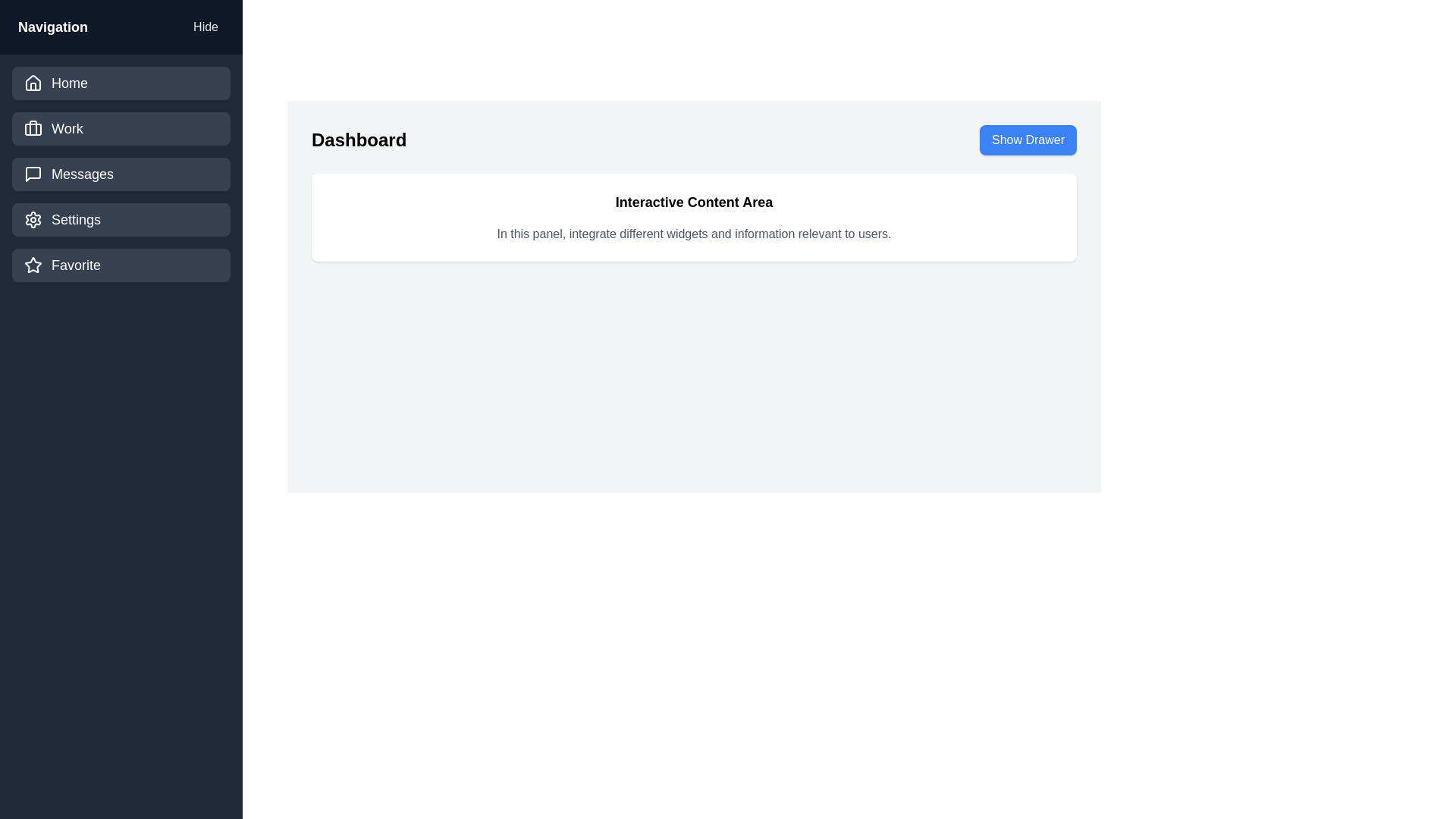  What do you see at coordinates (120, 219) in the screenshot?
I see `the navigation item labeled Settings` at bounding box center [120, 219].